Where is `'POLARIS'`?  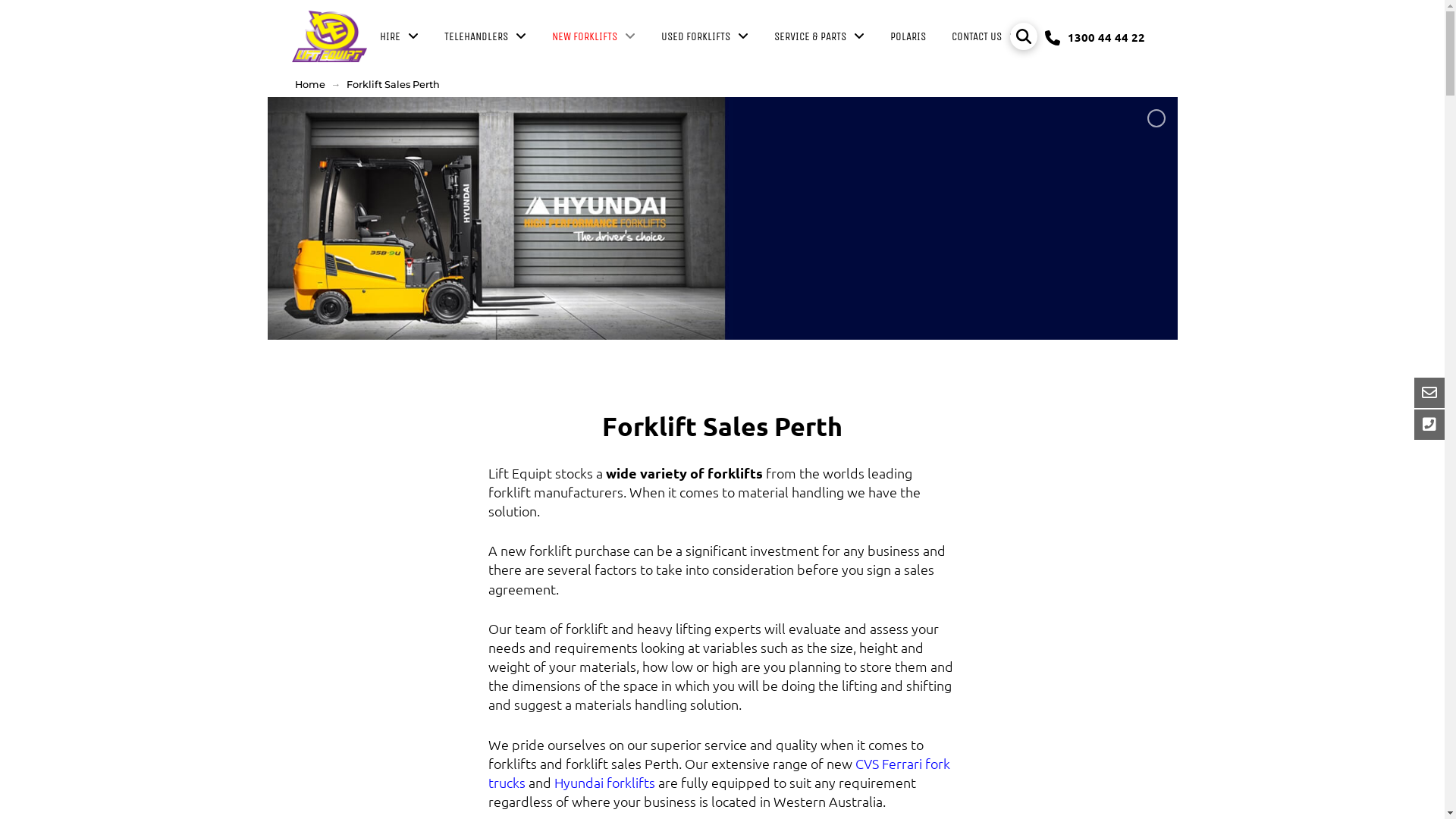
'POLARIS' is located at coordinates (877, 36).